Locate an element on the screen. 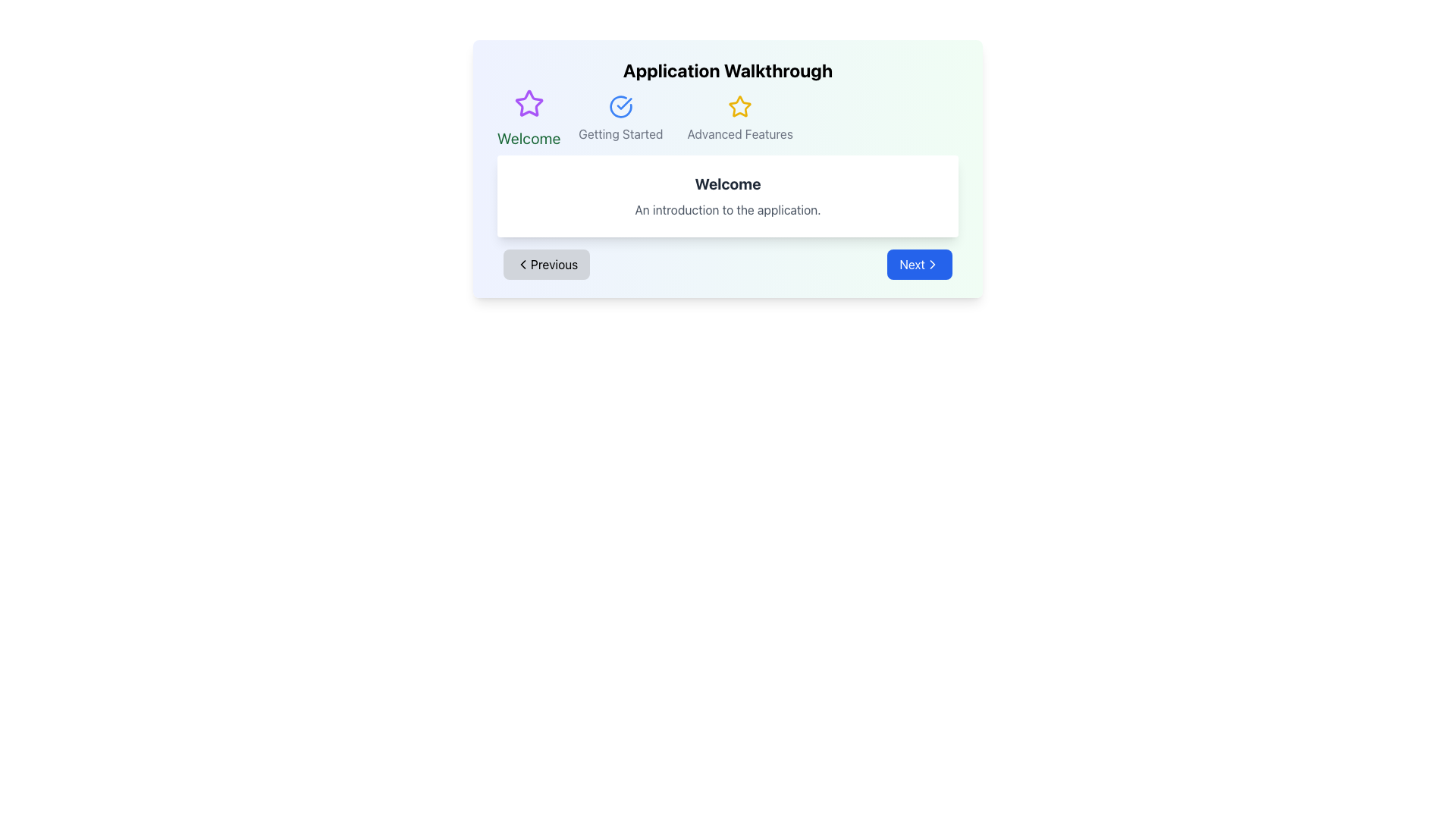 The height and width of the screenshot is (819, 1456). the gray 'Previous' button on the Horizontal Navigation Control is located at coordinates (728, 263).